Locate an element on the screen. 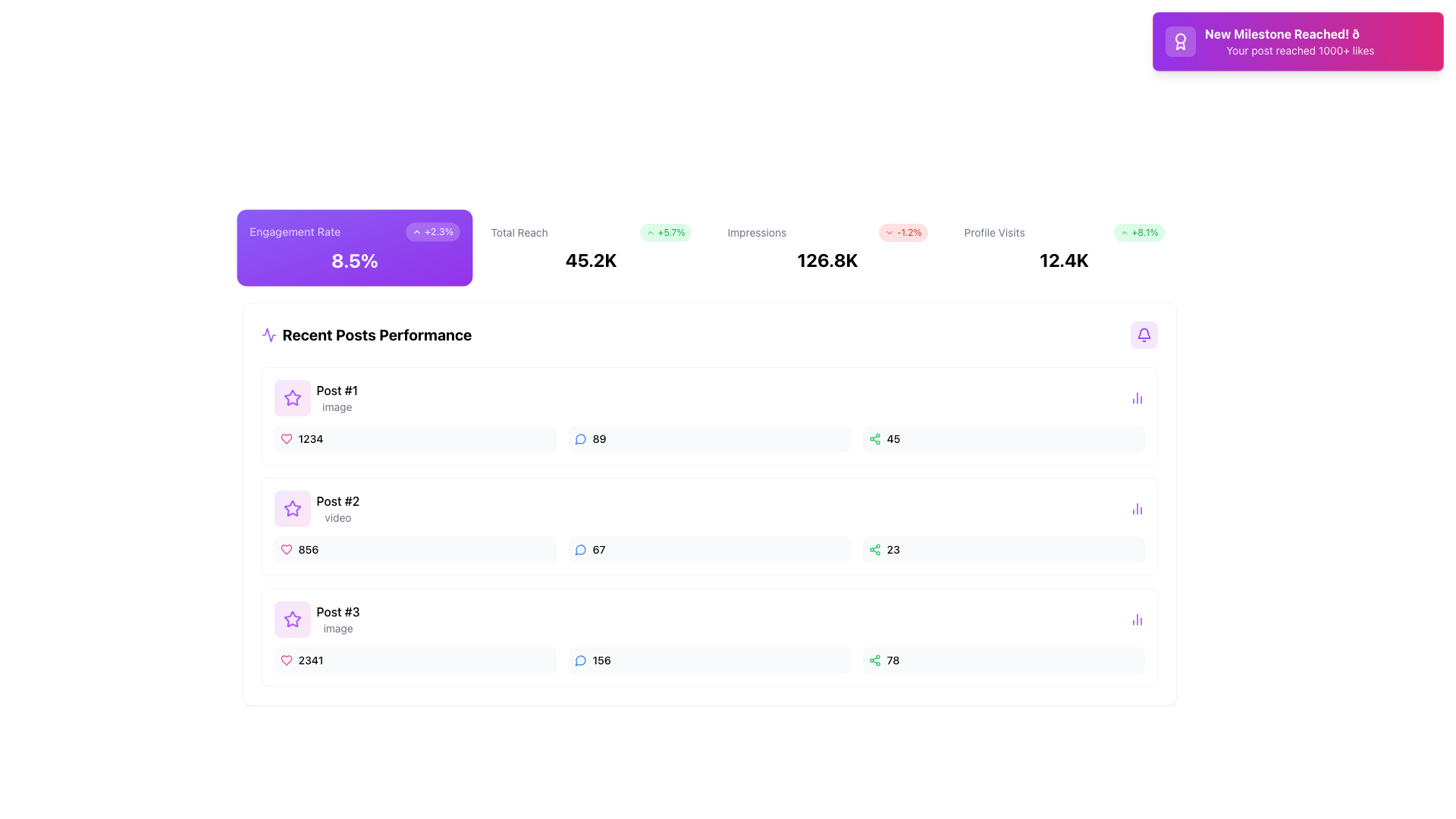 The height and width of the screenshot is (819, 1456). the icon in the left-hand section of the 'Post #1' row in the 'Recent Posts Performance' section for visual information is located at coordinates (292, 509).